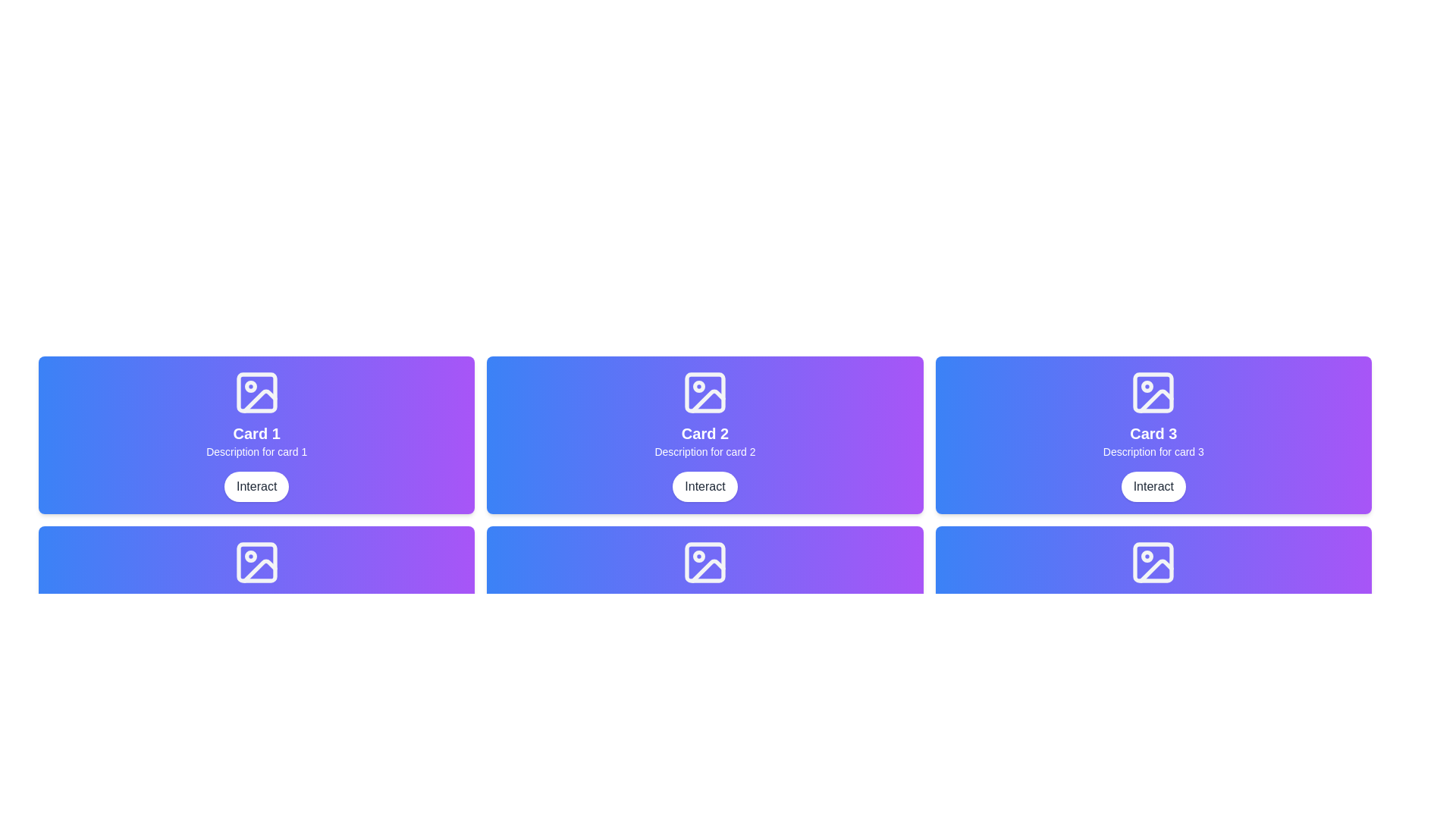 The width and height of the screenshot is (1456, 819). Describe the element at coordinates (256, 391) in the screenshot. I see `the outlined image icon in the first card of the top row of the grid layout, which is centrally aligned above the title 'Card 1'` at that location.